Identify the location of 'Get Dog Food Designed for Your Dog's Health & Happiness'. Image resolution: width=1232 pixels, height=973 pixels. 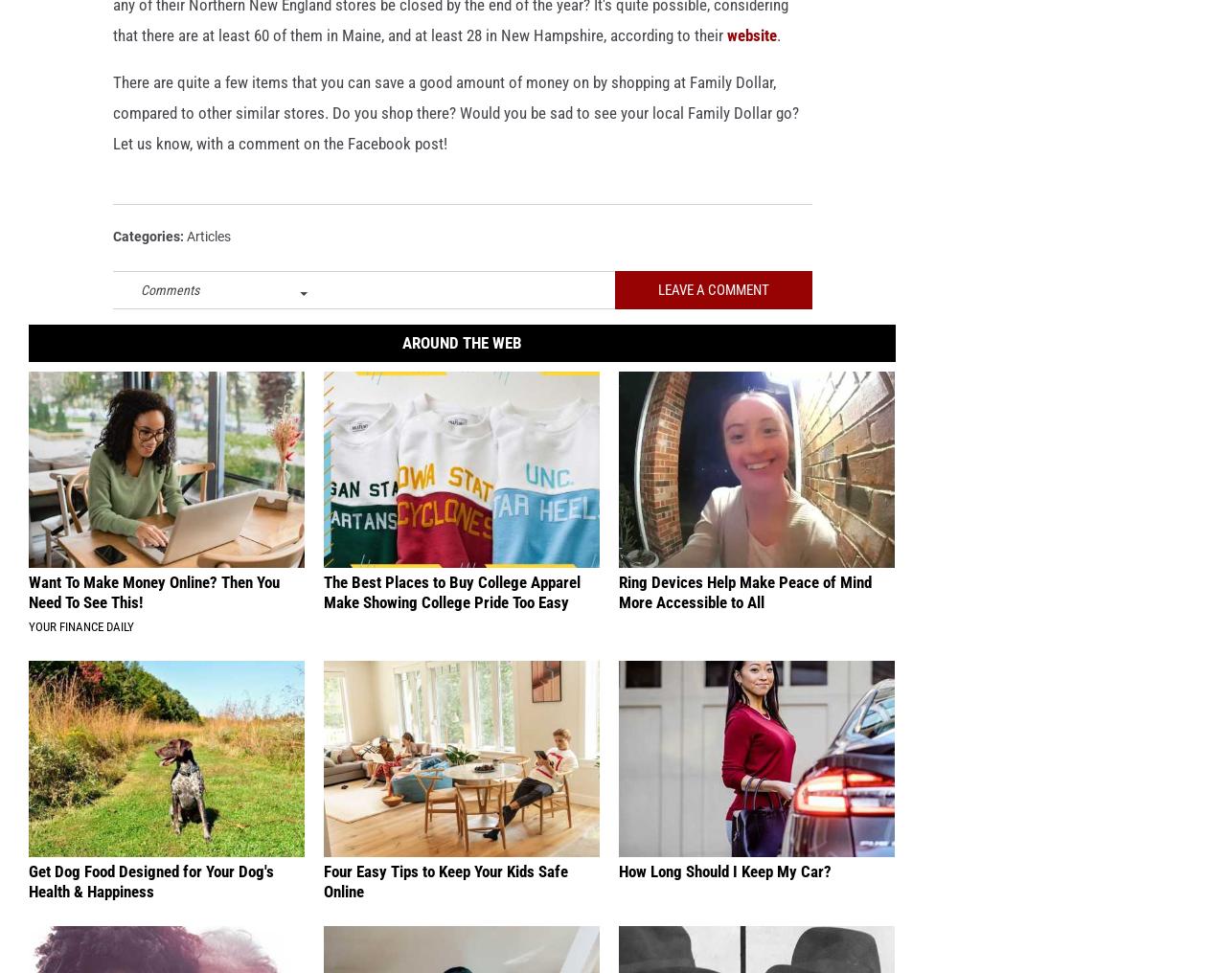
(151, 910).